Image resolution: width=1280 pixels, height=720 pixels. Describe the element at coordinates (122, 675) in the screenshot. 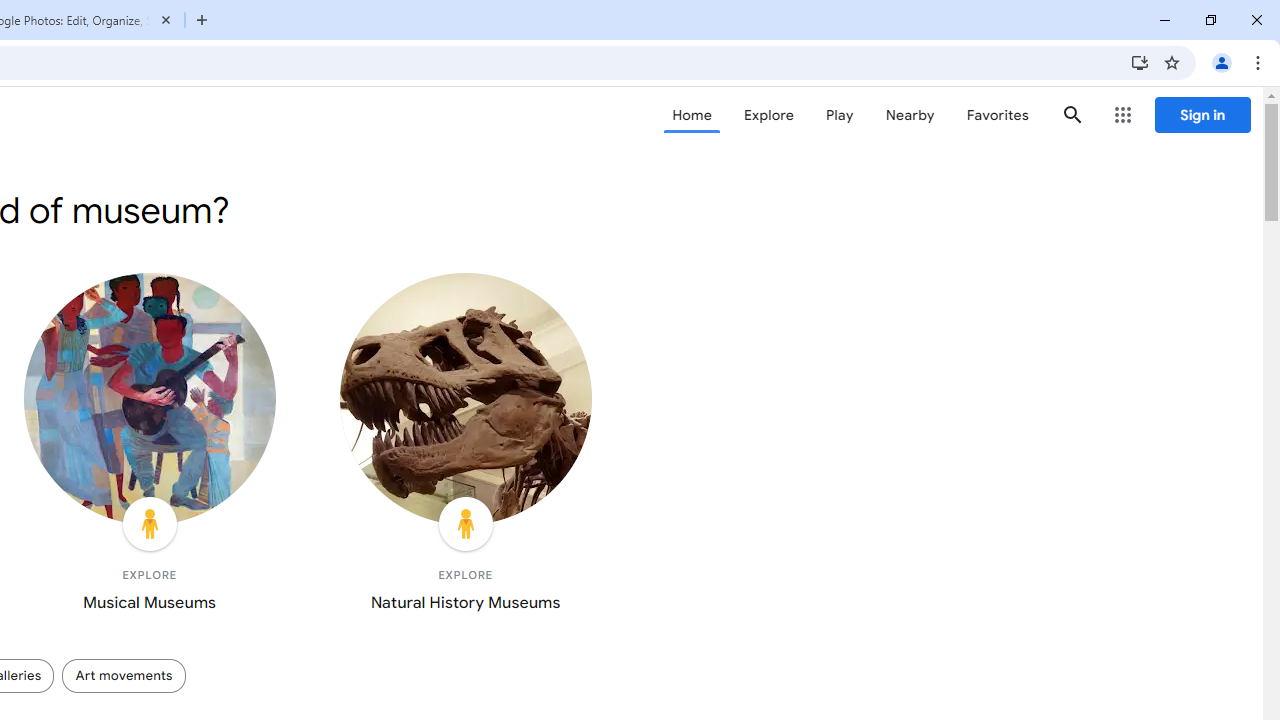

I see `'Art movements'` at that location.